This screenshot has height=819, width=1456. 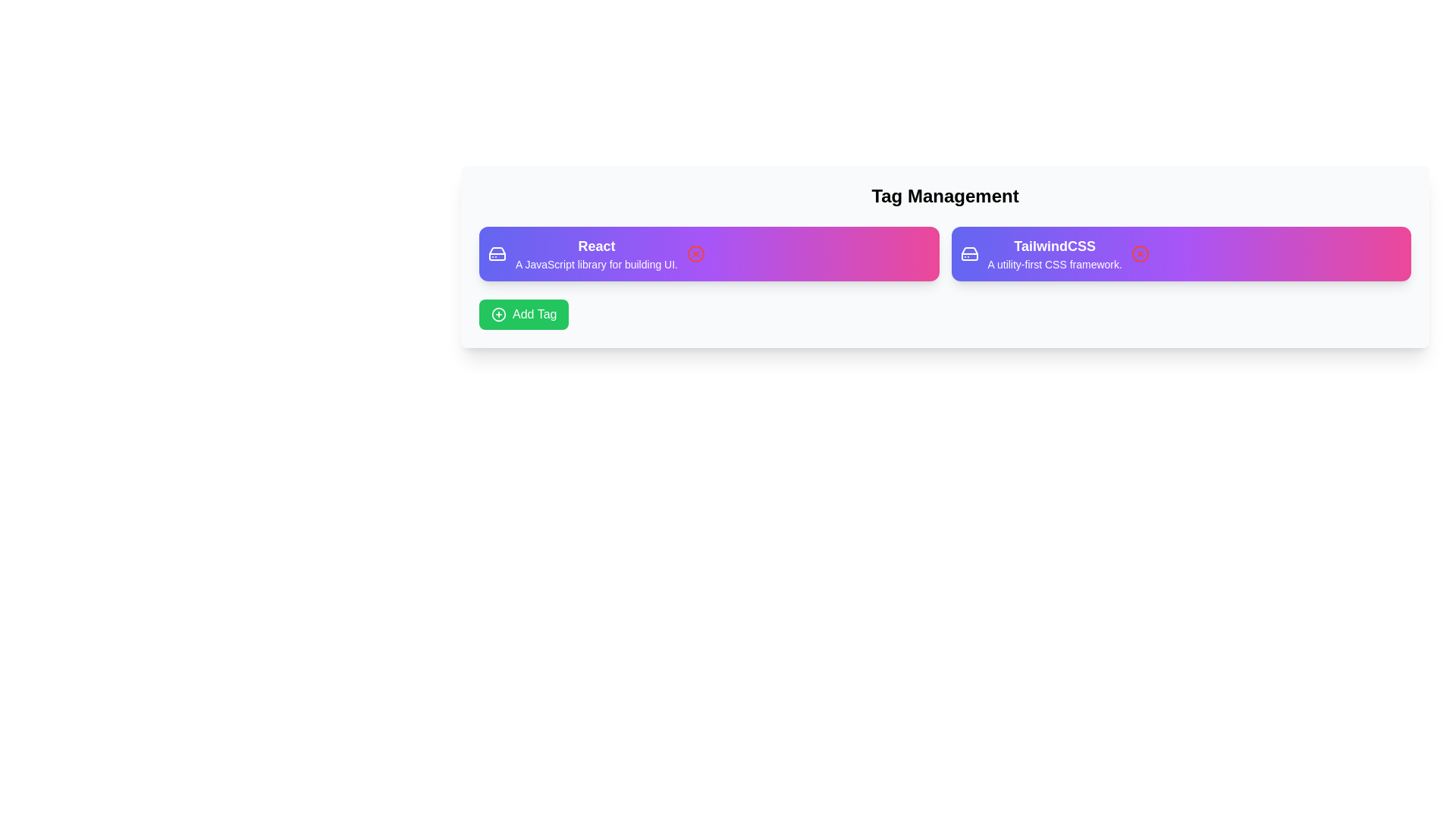 What do you see at coordinates (524, 314) in the screenshot?
I see `the vibrant green button located below the 'React' box in the 'Tag Management' section` at bounding box center [524, 314].